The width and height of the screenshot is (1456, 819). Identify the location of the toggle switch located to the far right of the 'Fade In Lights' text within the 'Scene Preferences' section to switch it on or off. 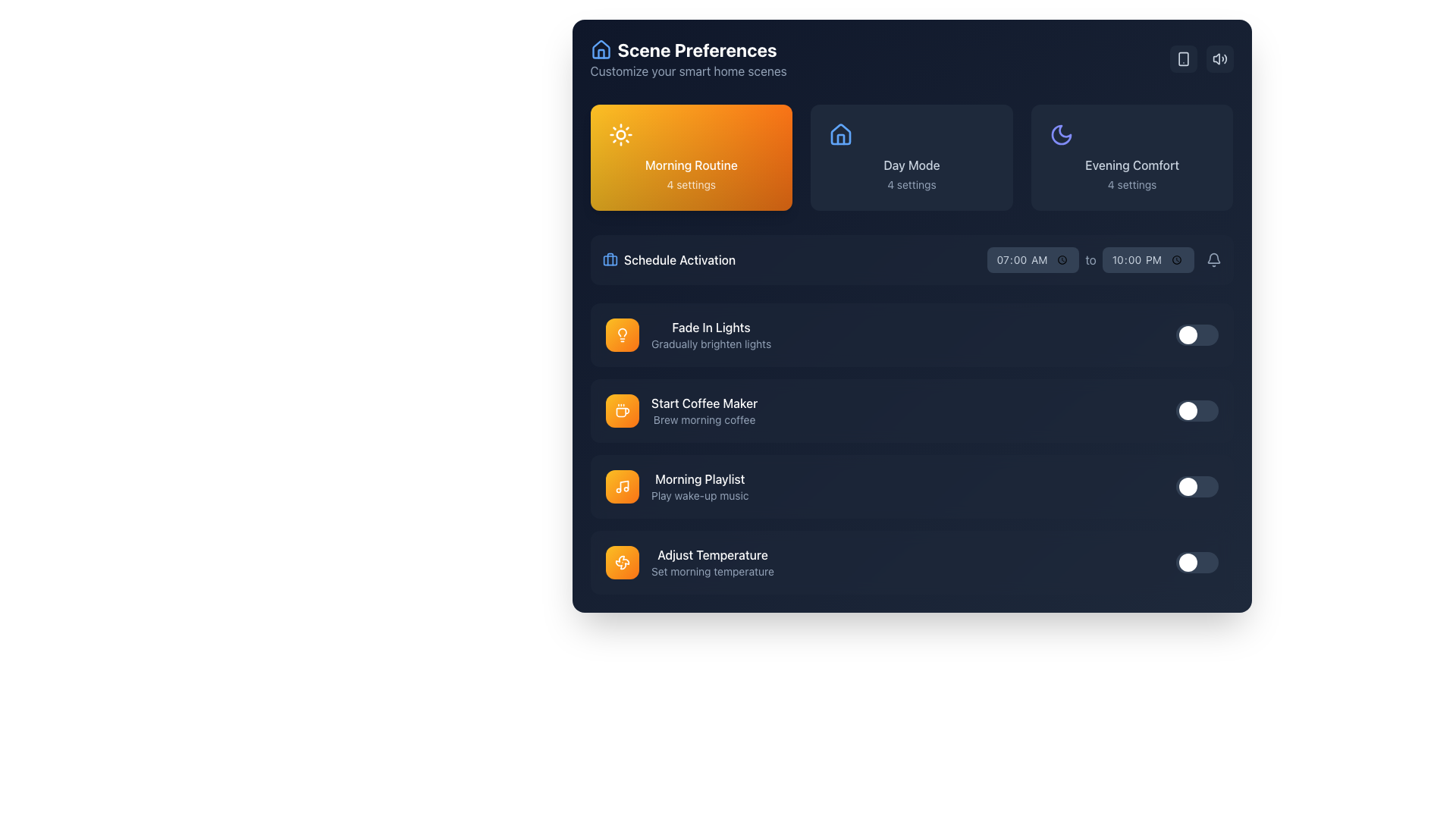
(1196, 334).